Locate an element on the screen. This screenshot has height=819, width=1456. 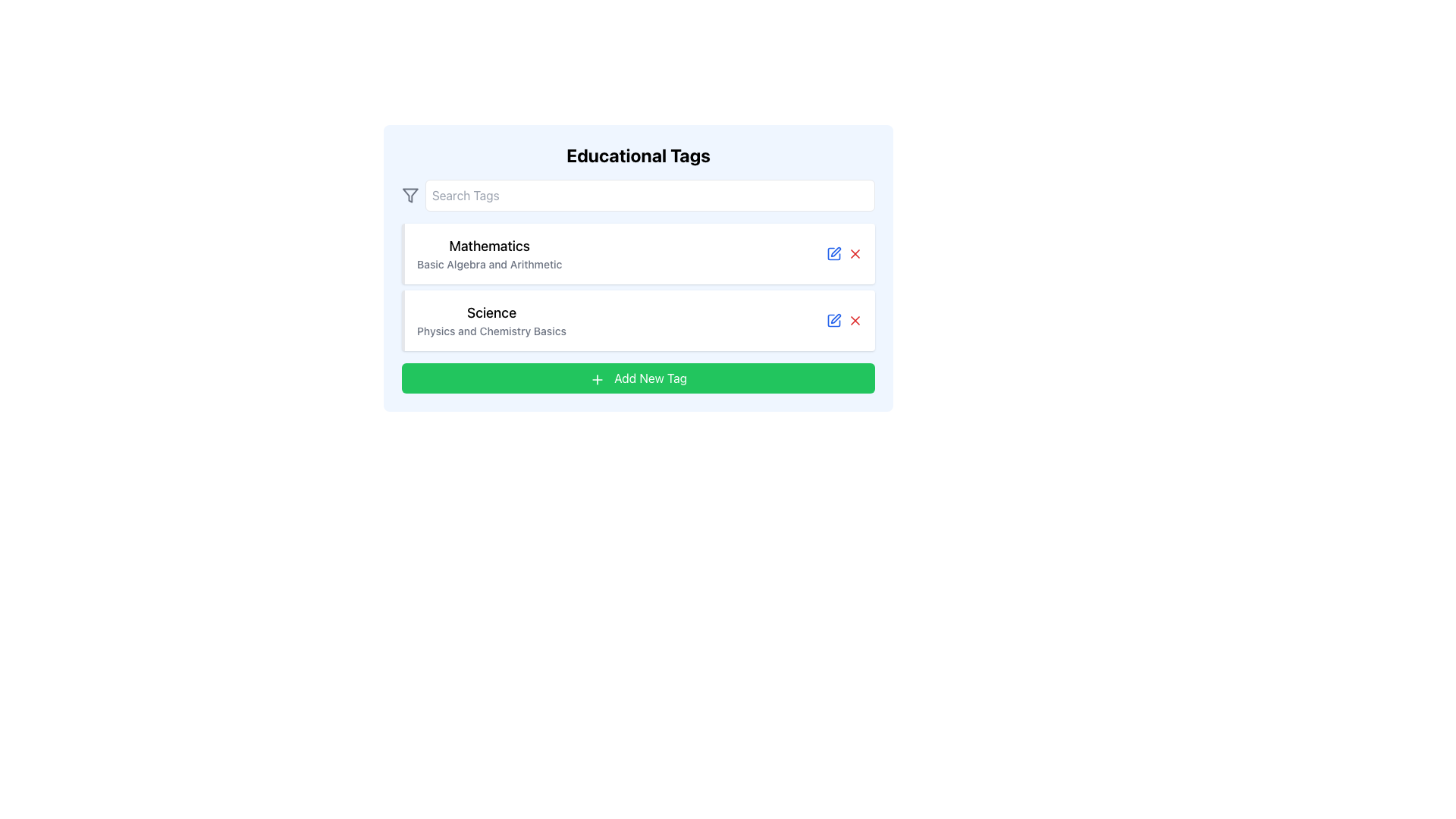
the remove button located to the right of the 'Science' tag in the Educational Tags section is located at coordinates (855, 320).